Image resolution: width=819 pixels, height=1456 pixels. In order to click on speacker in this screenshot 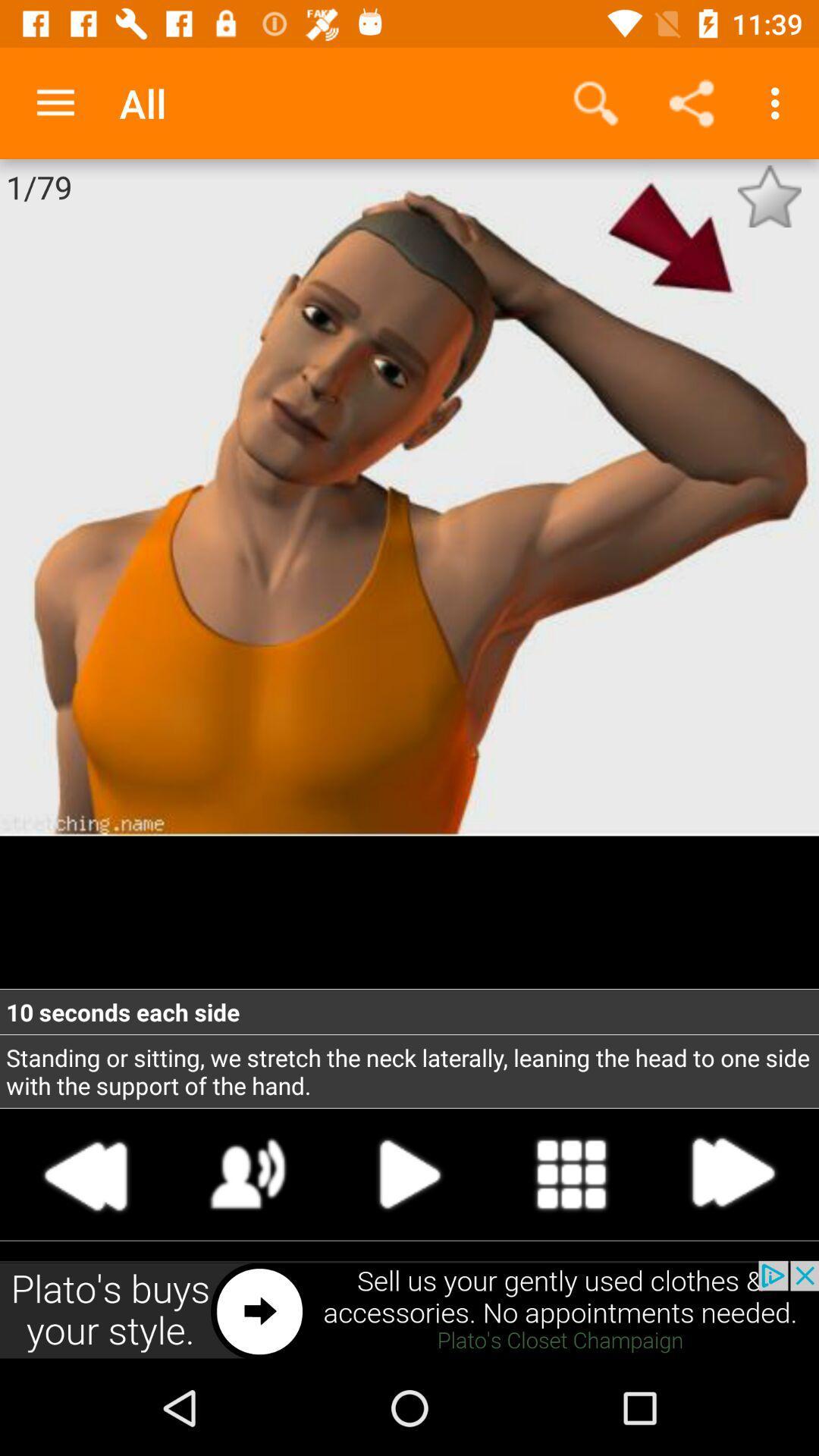, I will do `click(247, 1173)`.